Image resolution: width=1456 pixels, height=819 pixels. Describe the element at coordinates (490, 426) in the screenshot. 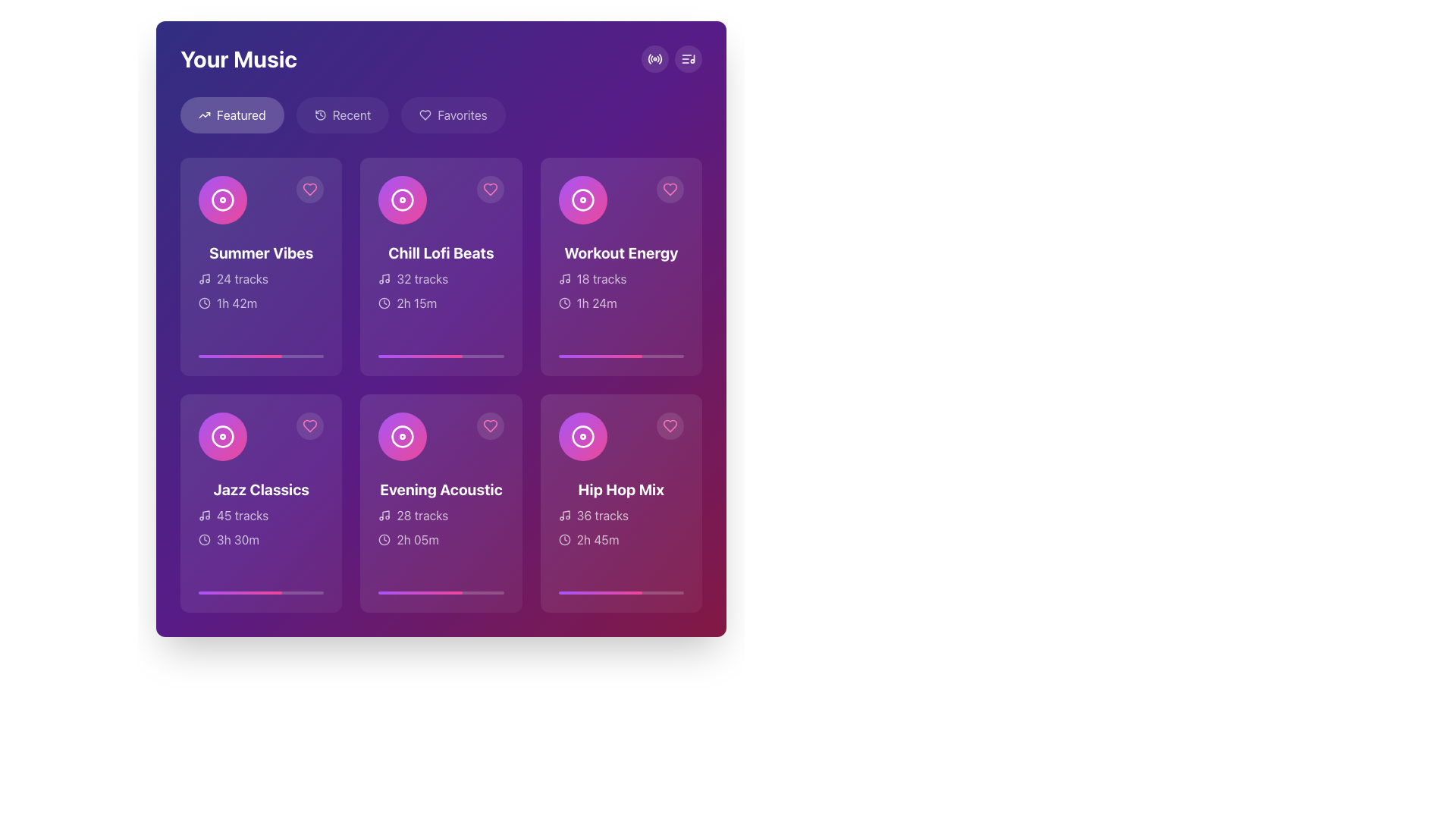

I see `the outlined heart icon in light pink located at the top-right corner of the 'Evening Acoustic' music card` at that location.